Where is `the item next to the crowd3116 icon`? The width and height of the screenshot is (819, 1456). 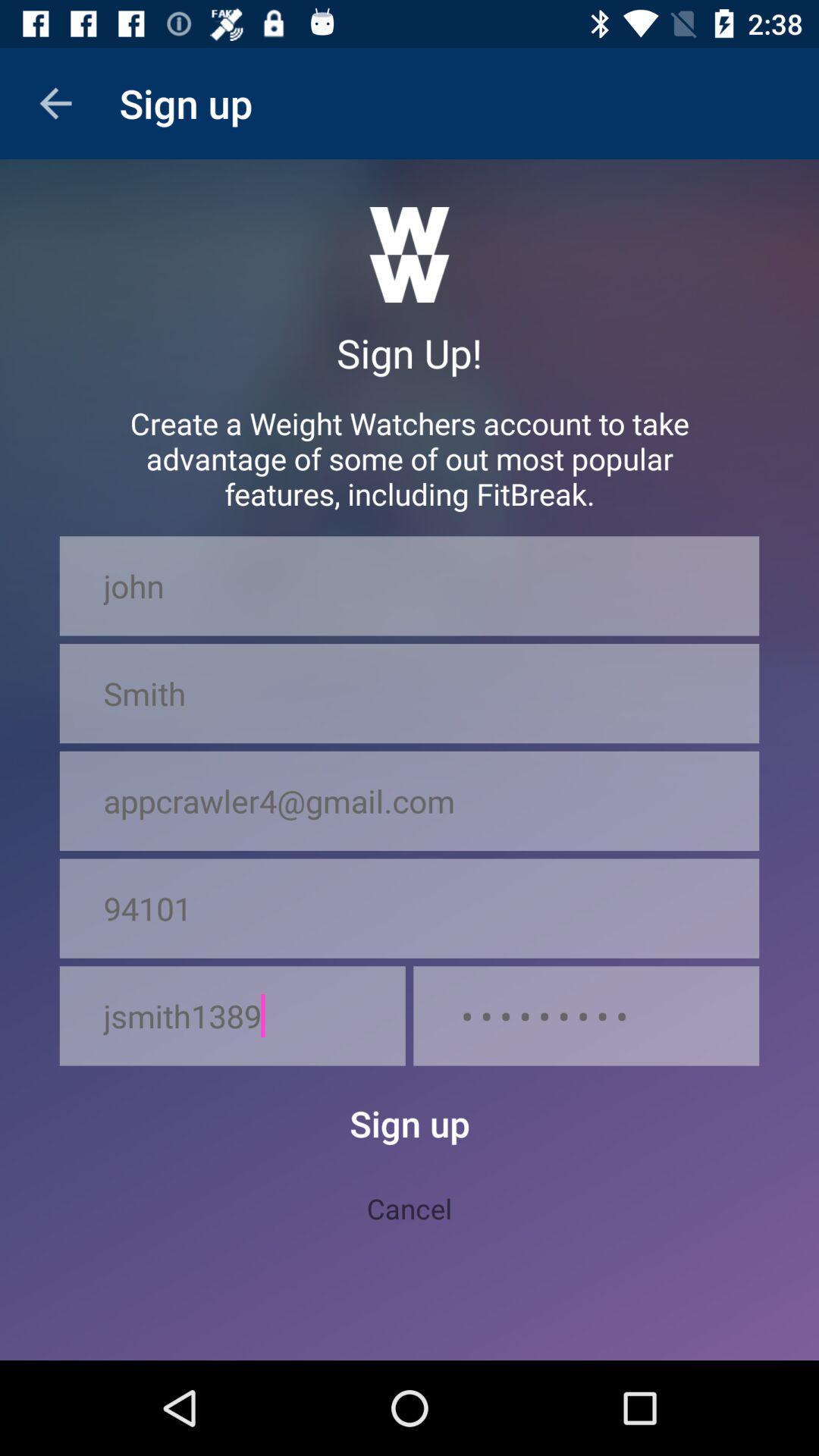
the item next to the crowd3116 icon is located at coordinates (232, 1015).